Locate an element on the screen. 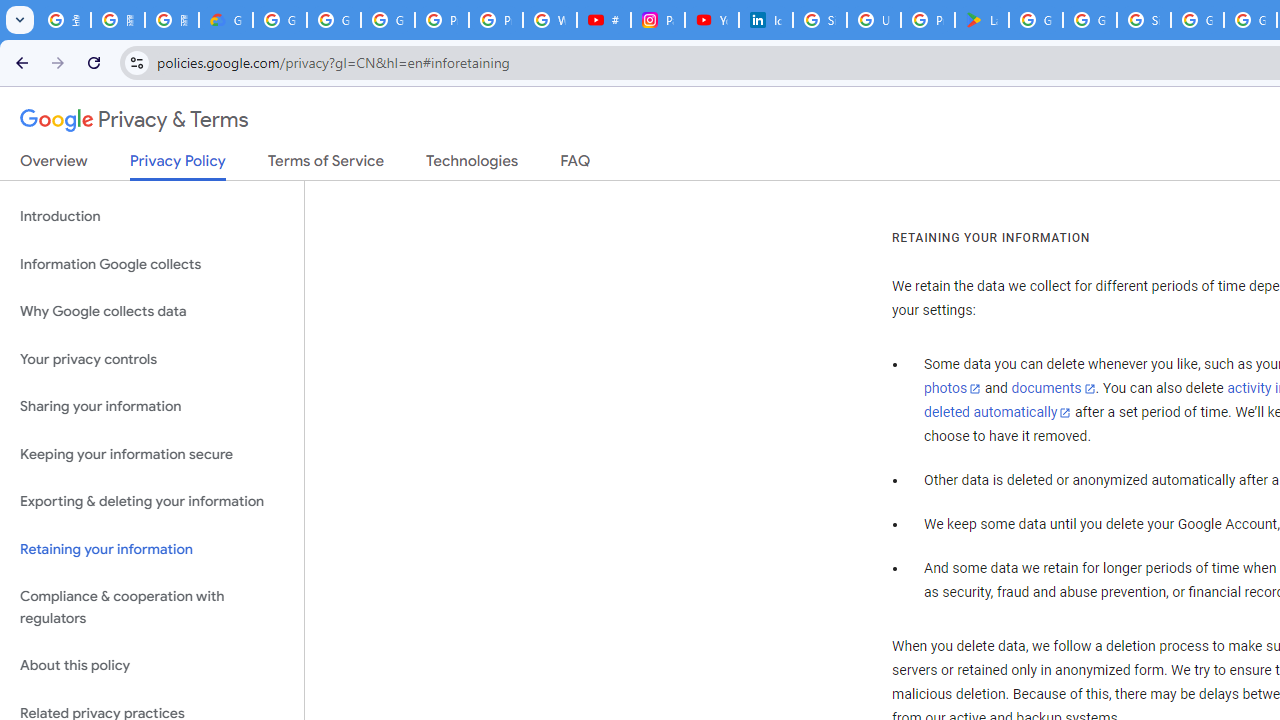 Image resolution: width=1280 pixels, height=720 pixels. 'Why Google collects data' is located at coordinates (151, 312).